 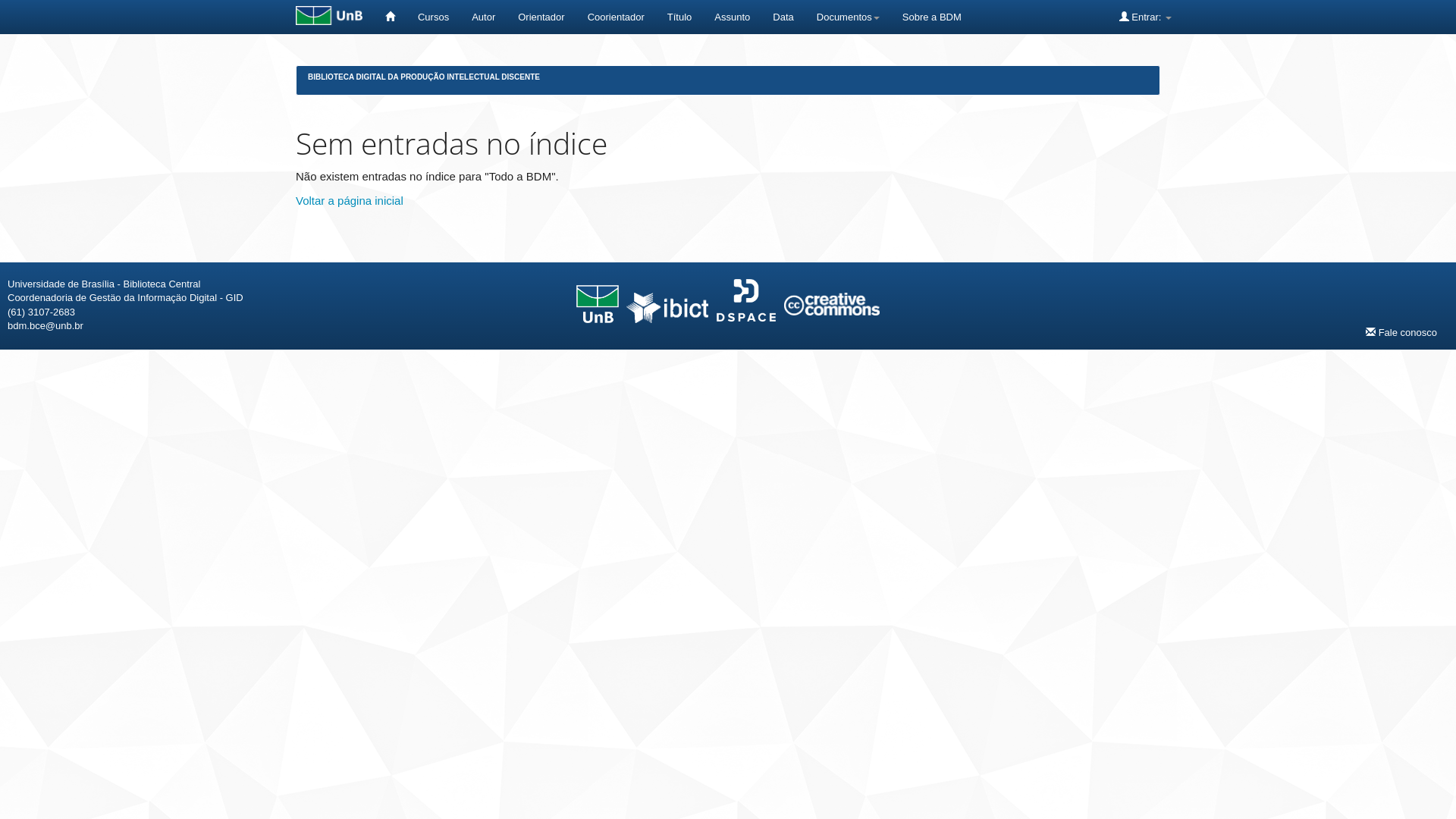 I want to click on 'Data', so click(x=783, y=17).